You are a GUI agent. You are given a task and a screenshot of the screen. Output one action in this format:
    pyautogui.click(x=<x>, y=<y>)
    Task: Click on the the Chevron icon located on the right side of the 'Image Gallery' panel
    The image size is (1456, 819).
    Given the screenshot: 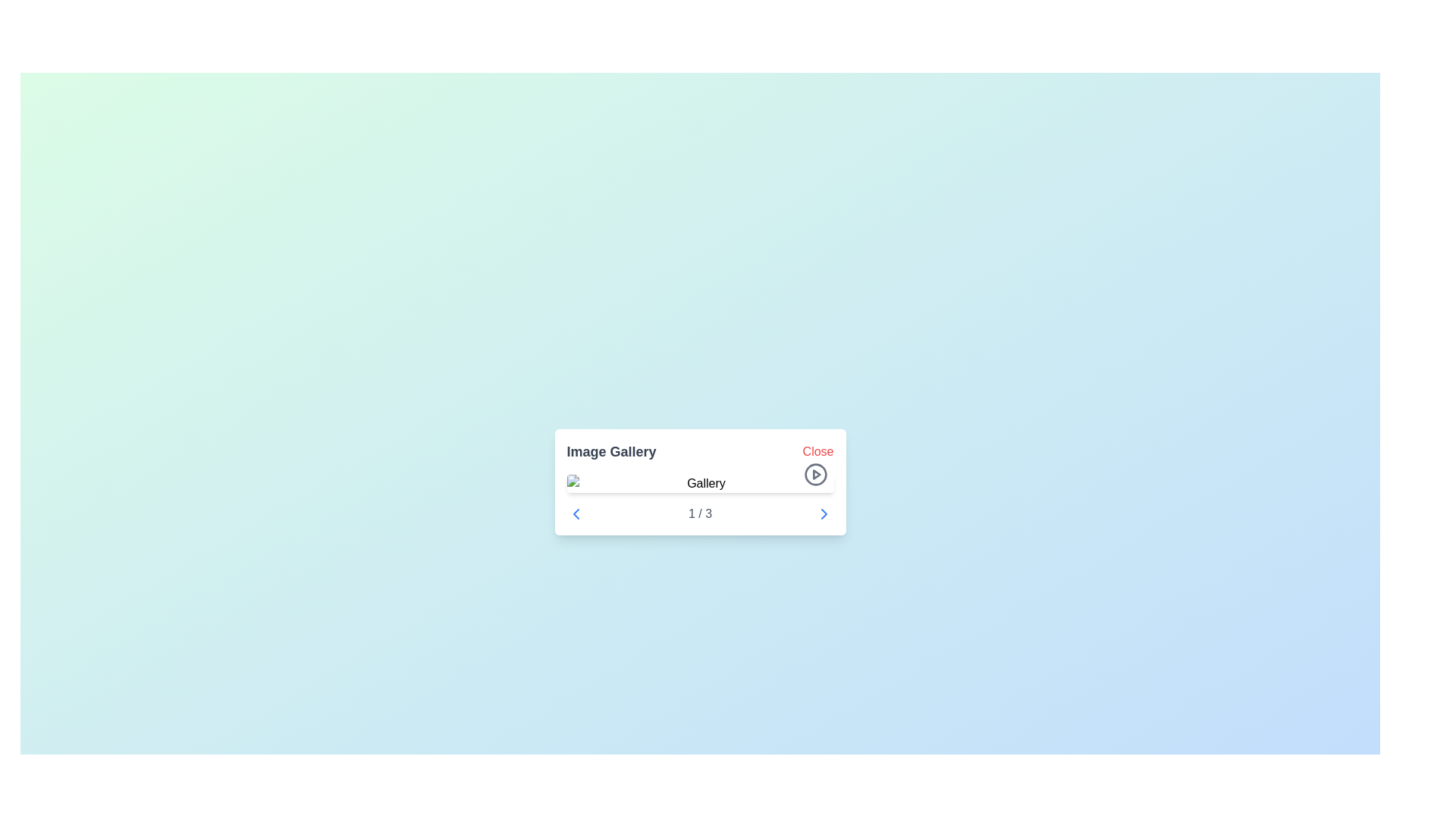 What is the action you would take?
    pyautogui.click(x=823, y=513)
    